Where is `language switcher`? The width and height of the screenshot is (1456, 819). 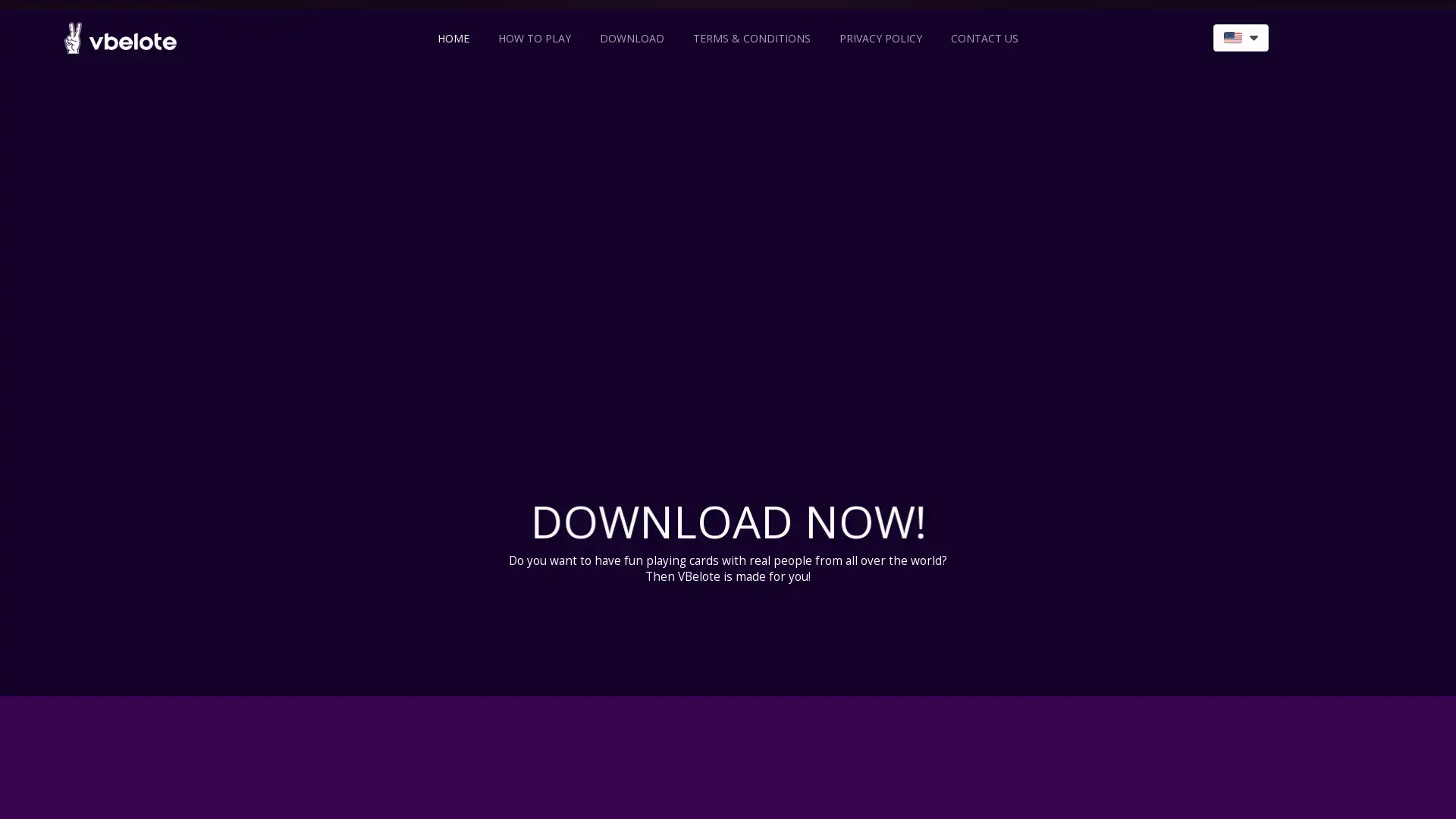
language switcher is located at coordinates (1240, 37).